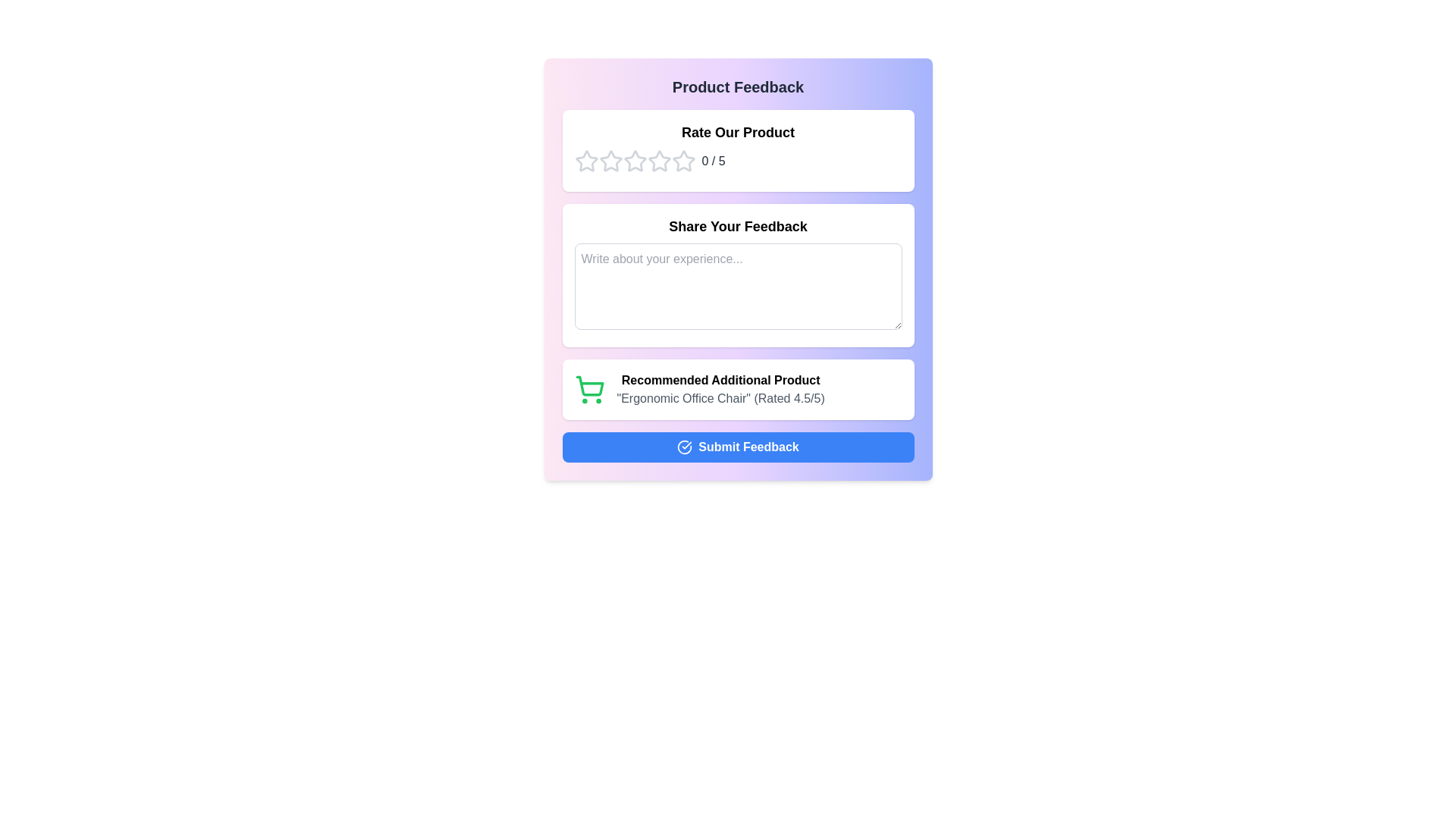  Describe the element at coordinates (720, 397) in the screenshot. I see `text label displaying 'Ergonomic Office Chair' (Rated 4.5/5) located below 'Recommended Additional Product'` at that location.